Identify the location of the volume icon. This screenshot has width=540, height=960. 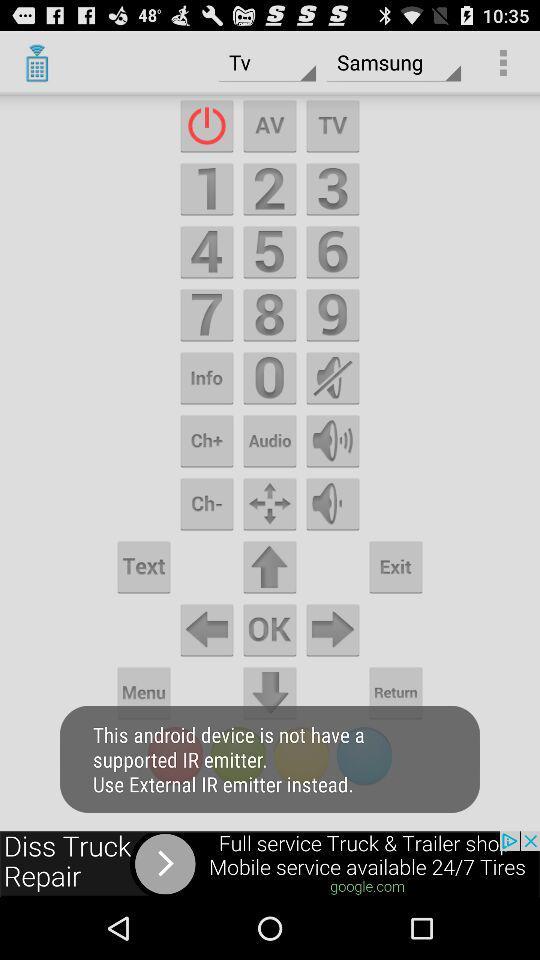
(333, 538).